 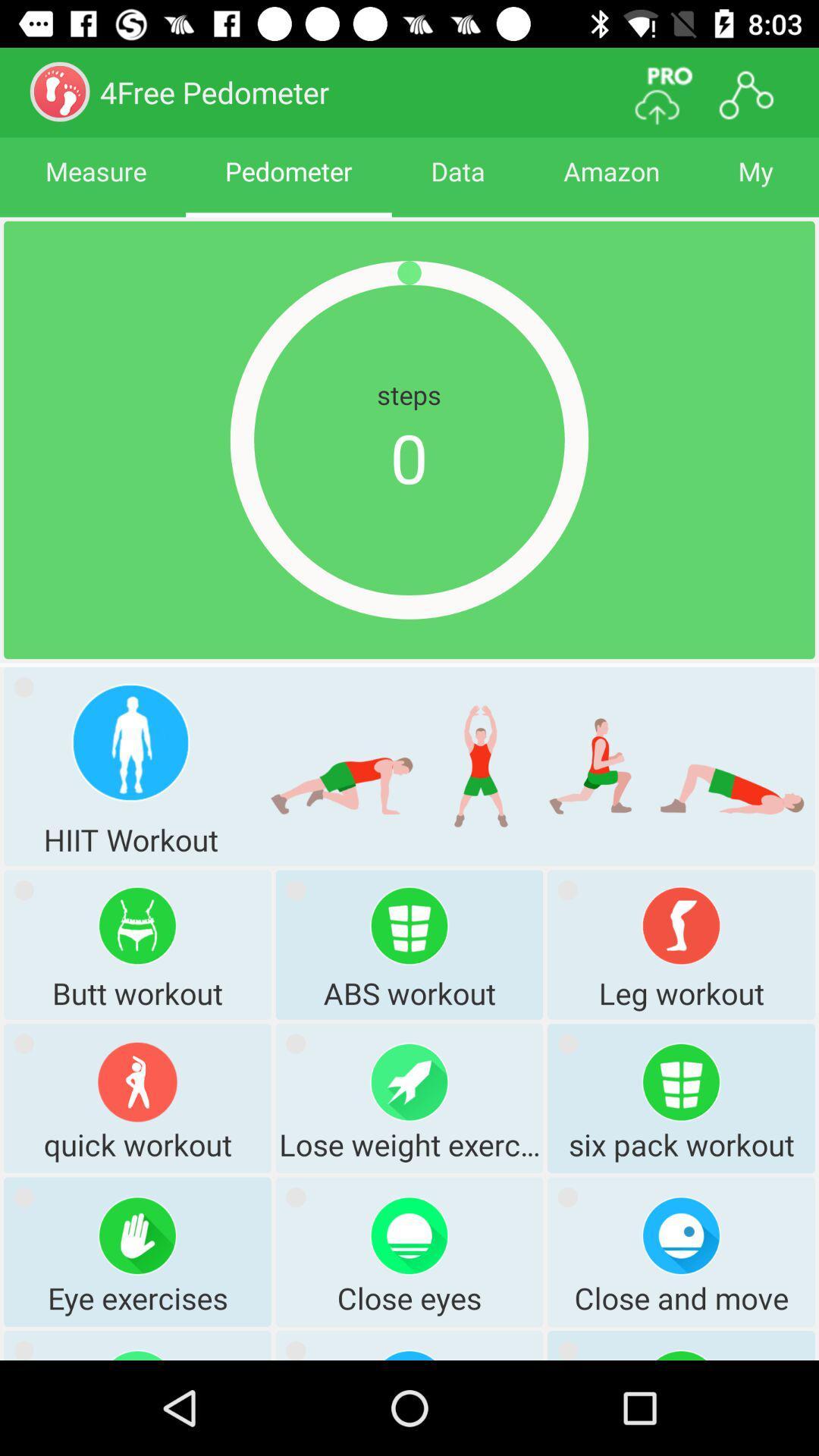 I want to click on item to the left of amazon app, so click(x=457, y=184).